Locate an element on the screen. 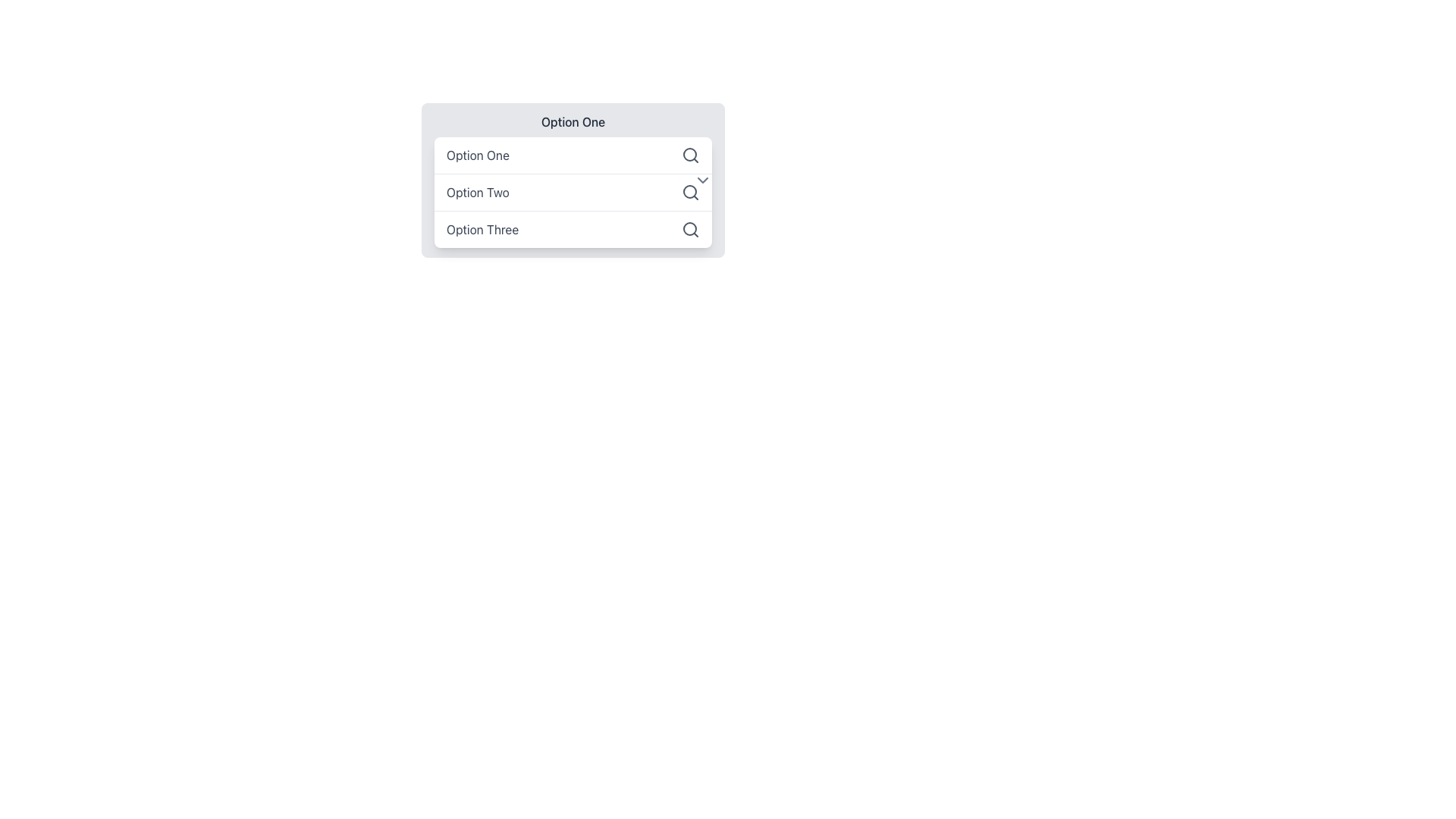 The image size is (1456, 819). the first item in the dropdown menu, which is labeled 'Option One' is located at coordinates (572, 155).